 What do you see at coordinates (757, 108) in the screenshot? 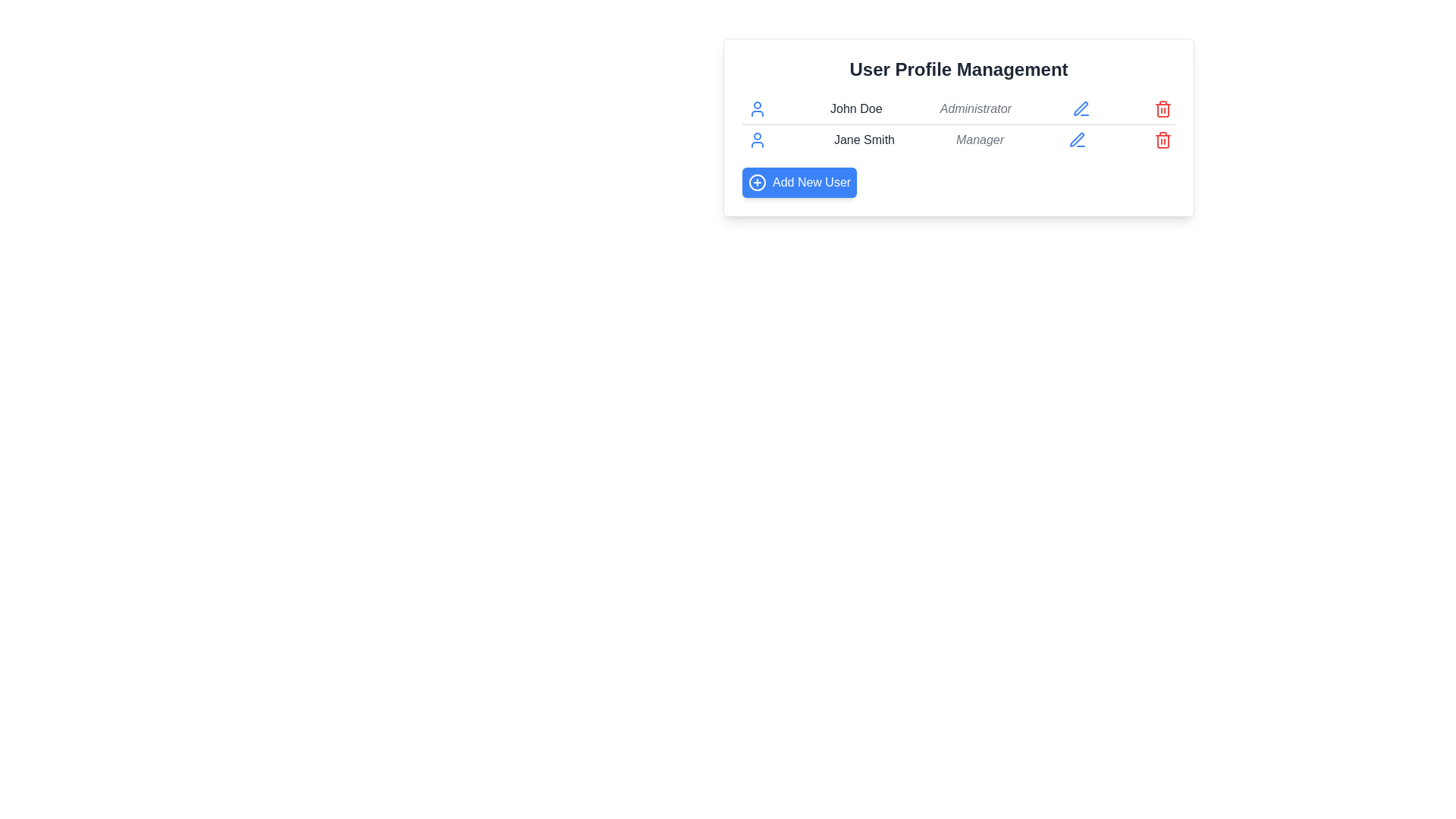
I see `the outlined blue user icon located to the left of the text 'John Doe', which is part of a vertically aligned list of user rows` at bounding box center [757, 108].